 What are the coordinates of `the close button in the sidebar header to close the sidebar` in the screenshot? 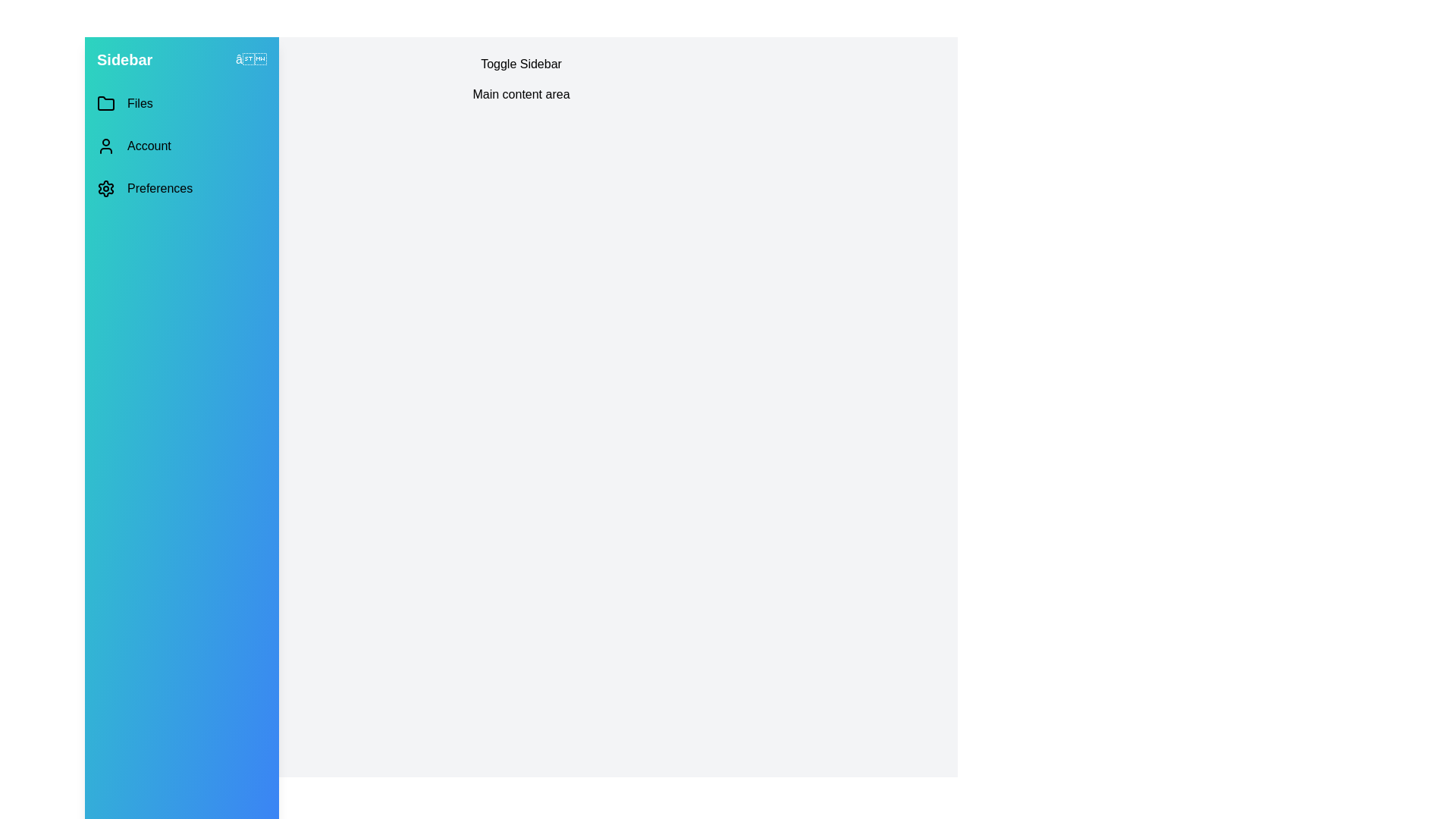 It's located at (251, 58).